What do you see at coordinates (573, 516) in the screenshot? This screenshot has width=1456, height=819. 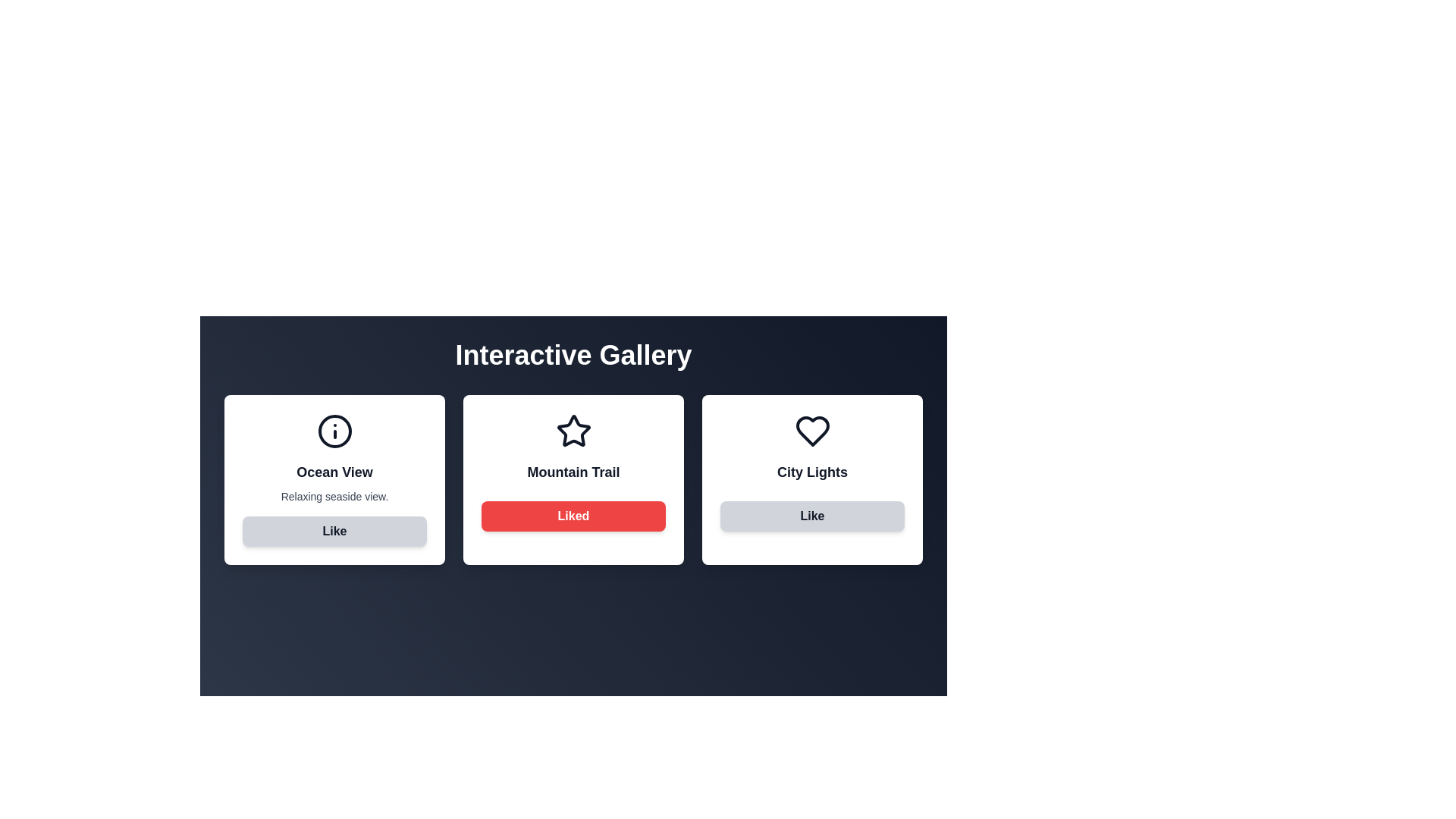 I see `the prominent red button labeled 'Liked'` at bounding box center [573, 516].